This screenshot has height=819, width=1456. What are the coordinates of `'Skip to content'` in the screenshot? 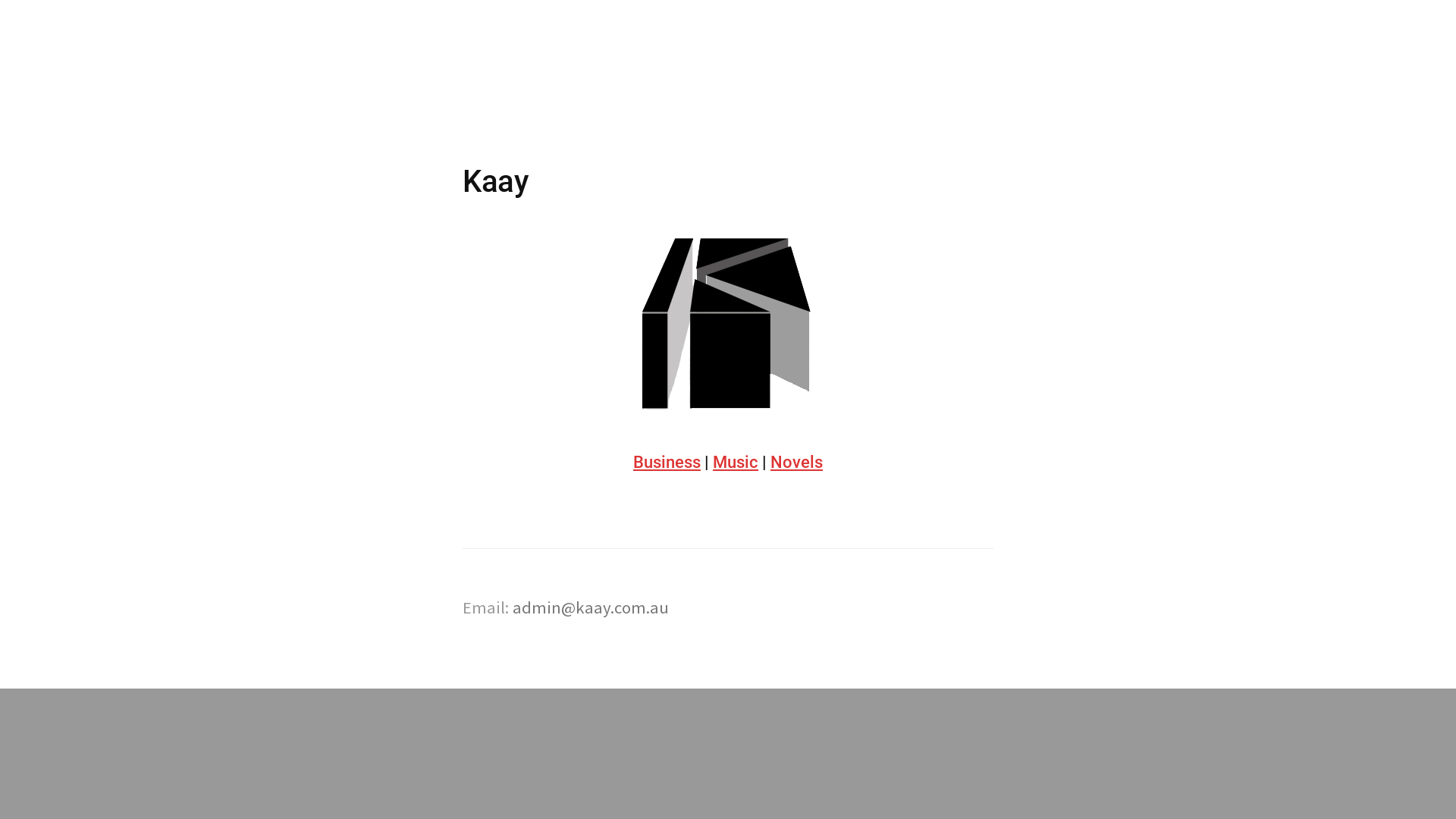 It's located at (462, 76).